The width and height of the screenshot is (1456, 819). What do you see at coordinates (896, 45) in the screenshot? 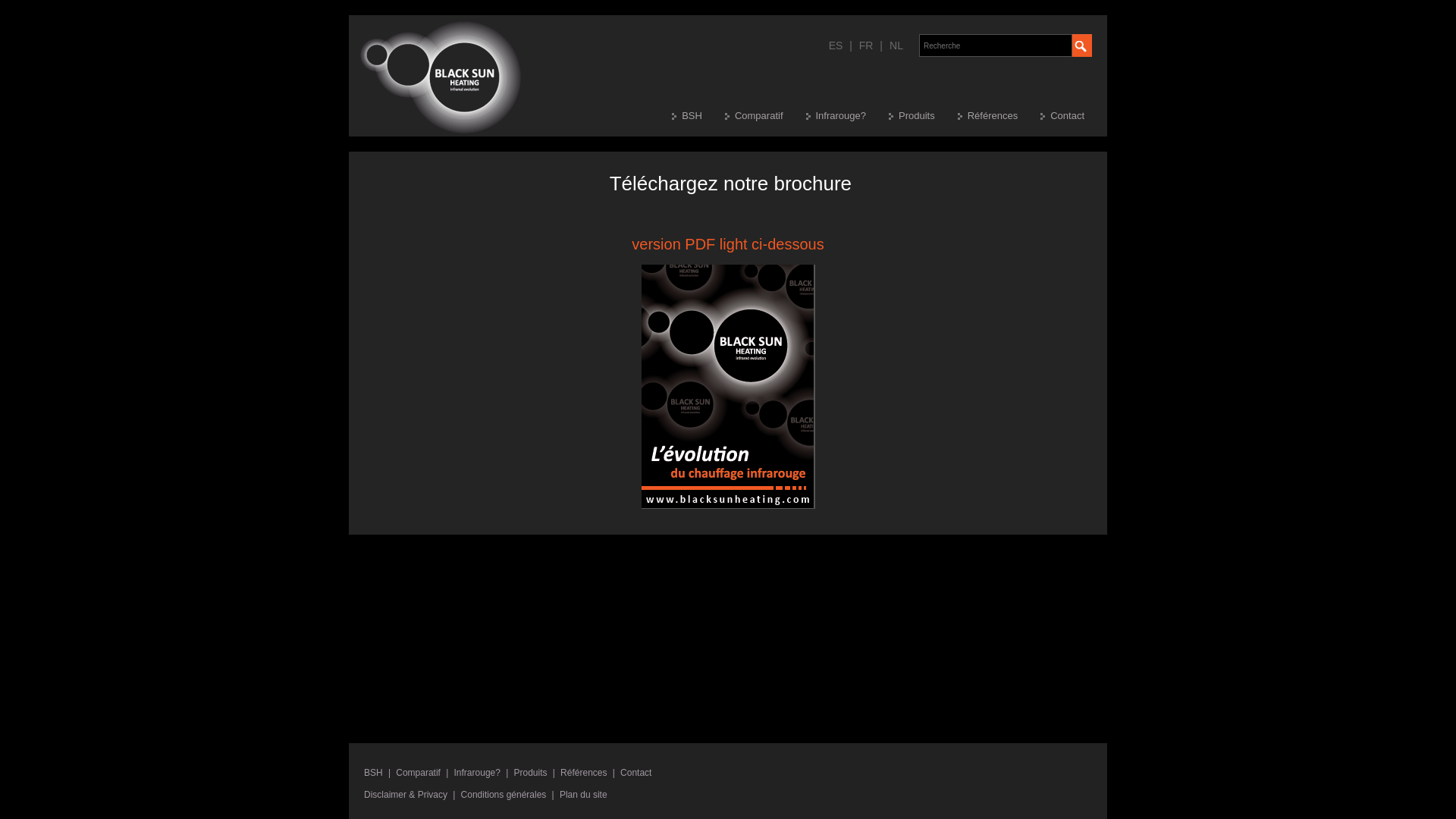
I see `'NL'` at bounding box center [896, 45].